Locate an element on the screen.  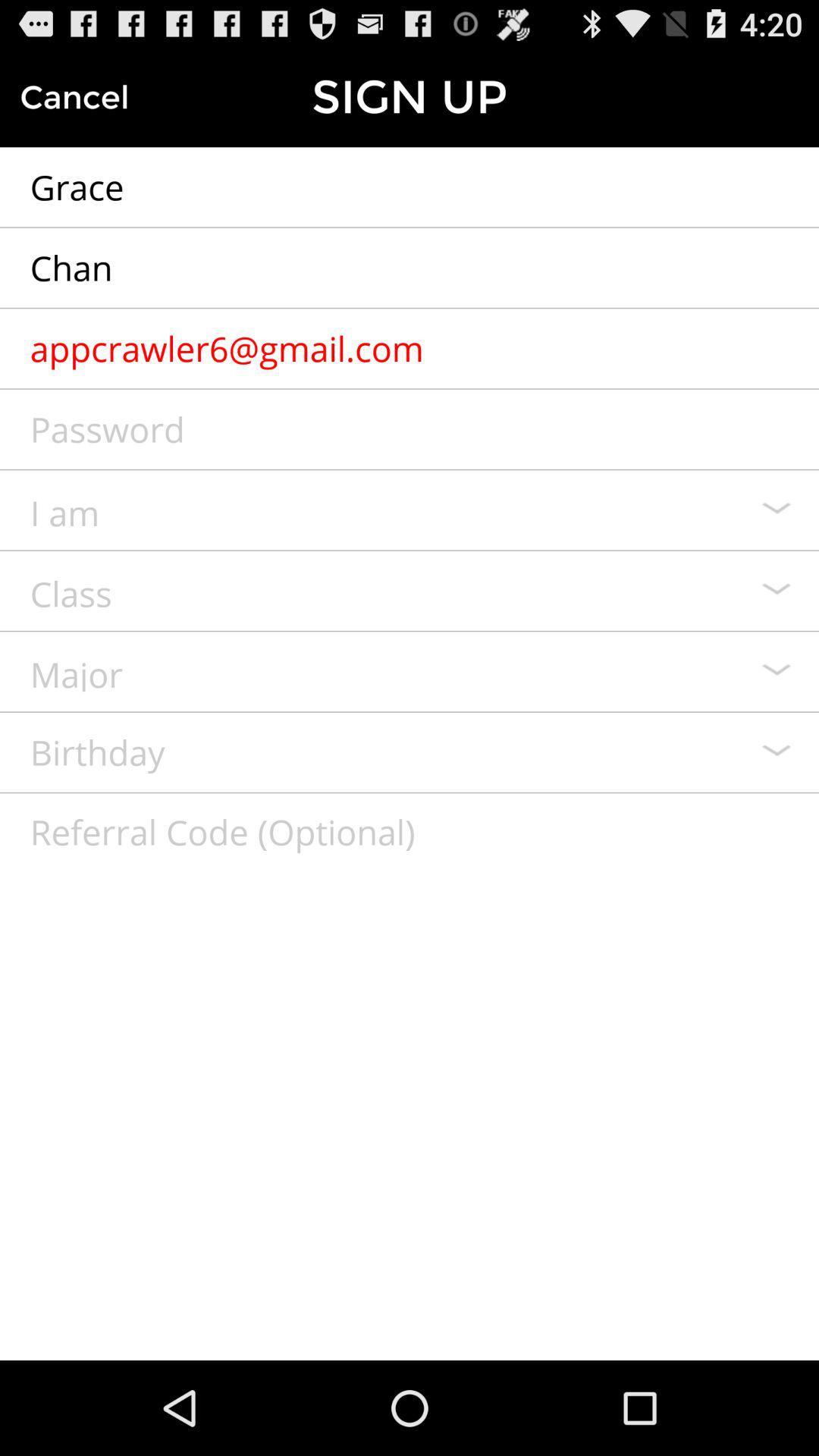
birthday file in sign up form is located at coordinates (409, 752).